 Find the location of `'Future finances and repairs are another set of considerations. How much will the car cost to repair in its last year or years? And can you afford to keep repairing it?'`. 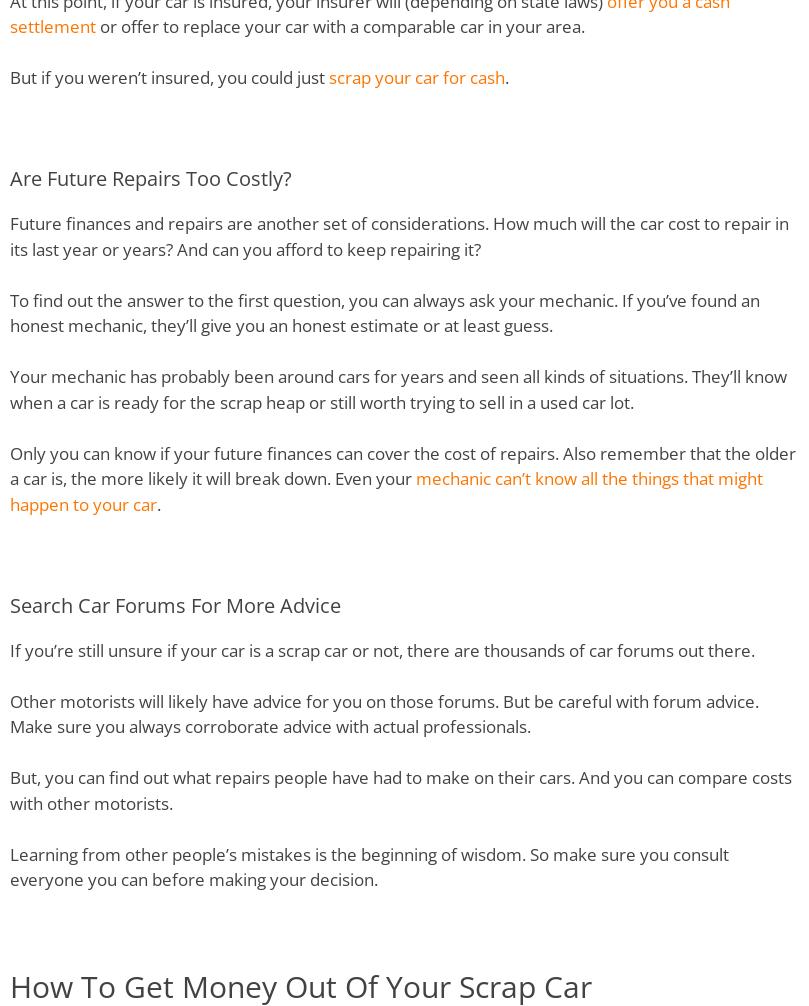

'Future finances and repairs are another set of considerations. How much will the car cost to repair in its last year or years? And can you afford to keep repairing it?' is located at coordinates (399, 236).